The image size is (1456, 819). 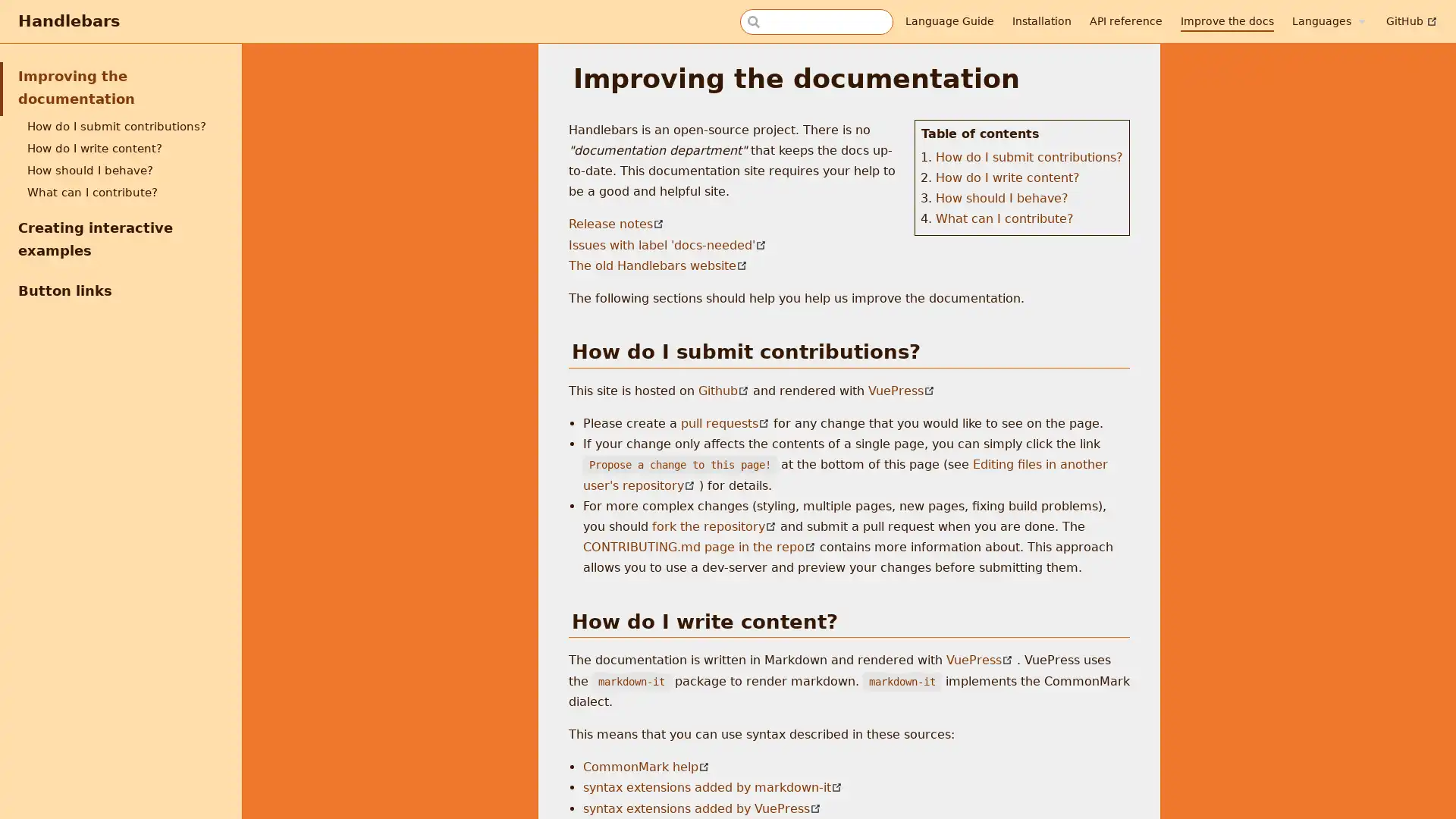 I want to click on Languages, so click(x=1327, y=20).